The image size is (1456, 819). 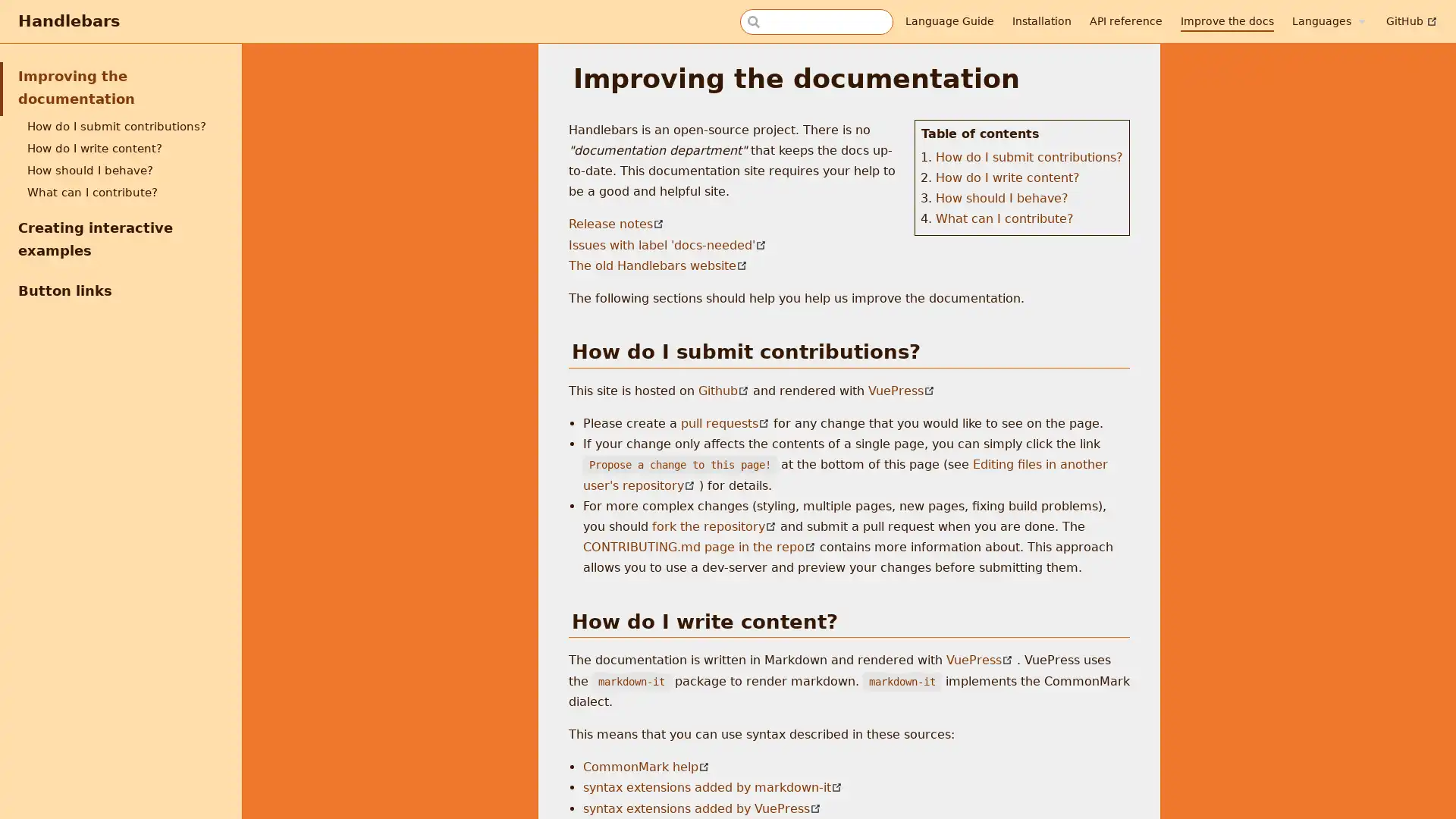 I want to click on Languages, so click(x=1327, y=20).